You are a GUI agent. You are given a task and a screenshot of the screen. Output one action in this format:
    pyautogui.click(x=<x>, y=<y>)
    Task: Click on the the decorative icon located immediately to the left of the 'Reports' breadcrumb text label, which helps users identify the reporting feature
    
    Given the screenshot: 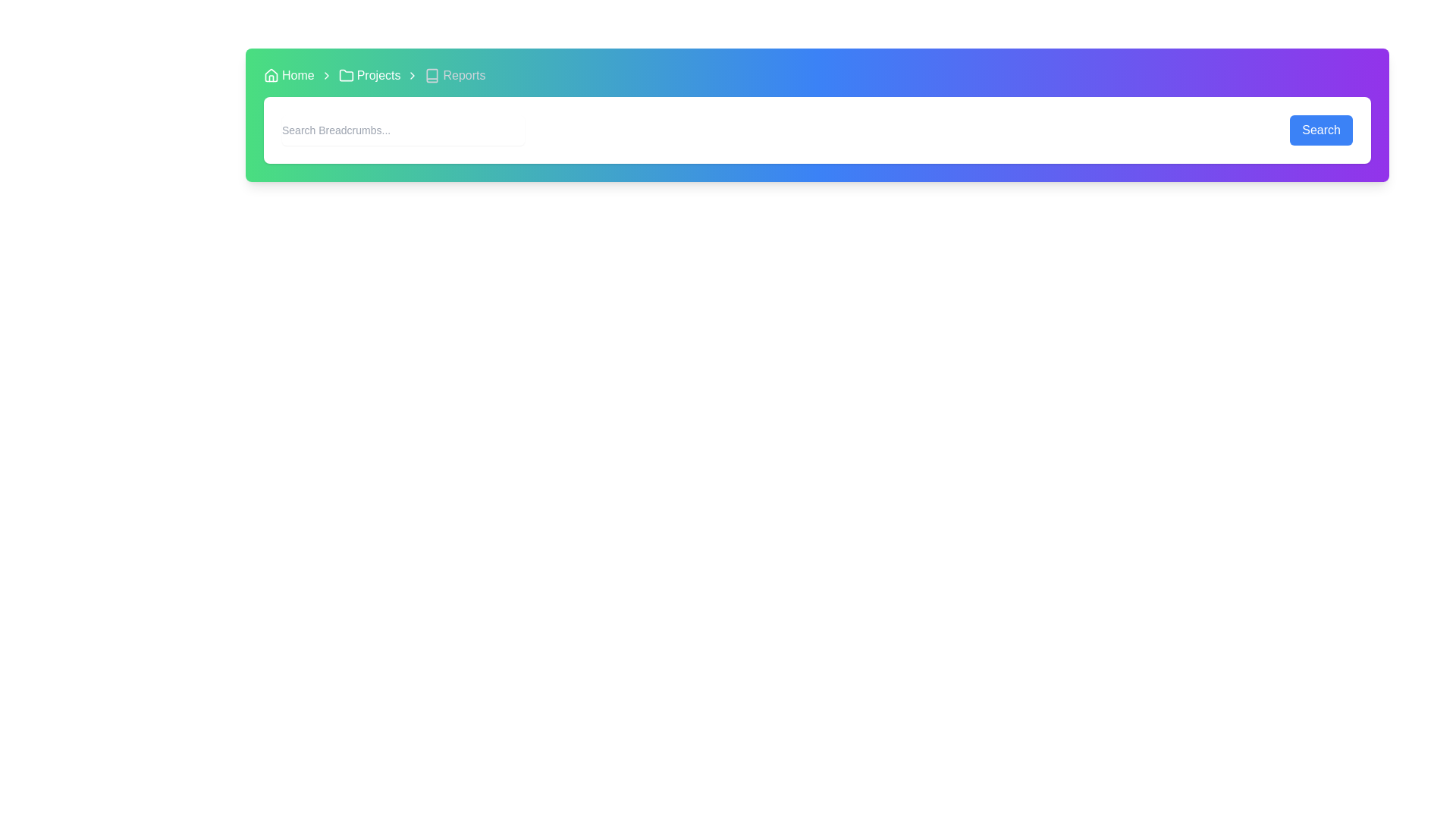 What is the action you would take?
    pyautogui.click(x=431, y=76)
    